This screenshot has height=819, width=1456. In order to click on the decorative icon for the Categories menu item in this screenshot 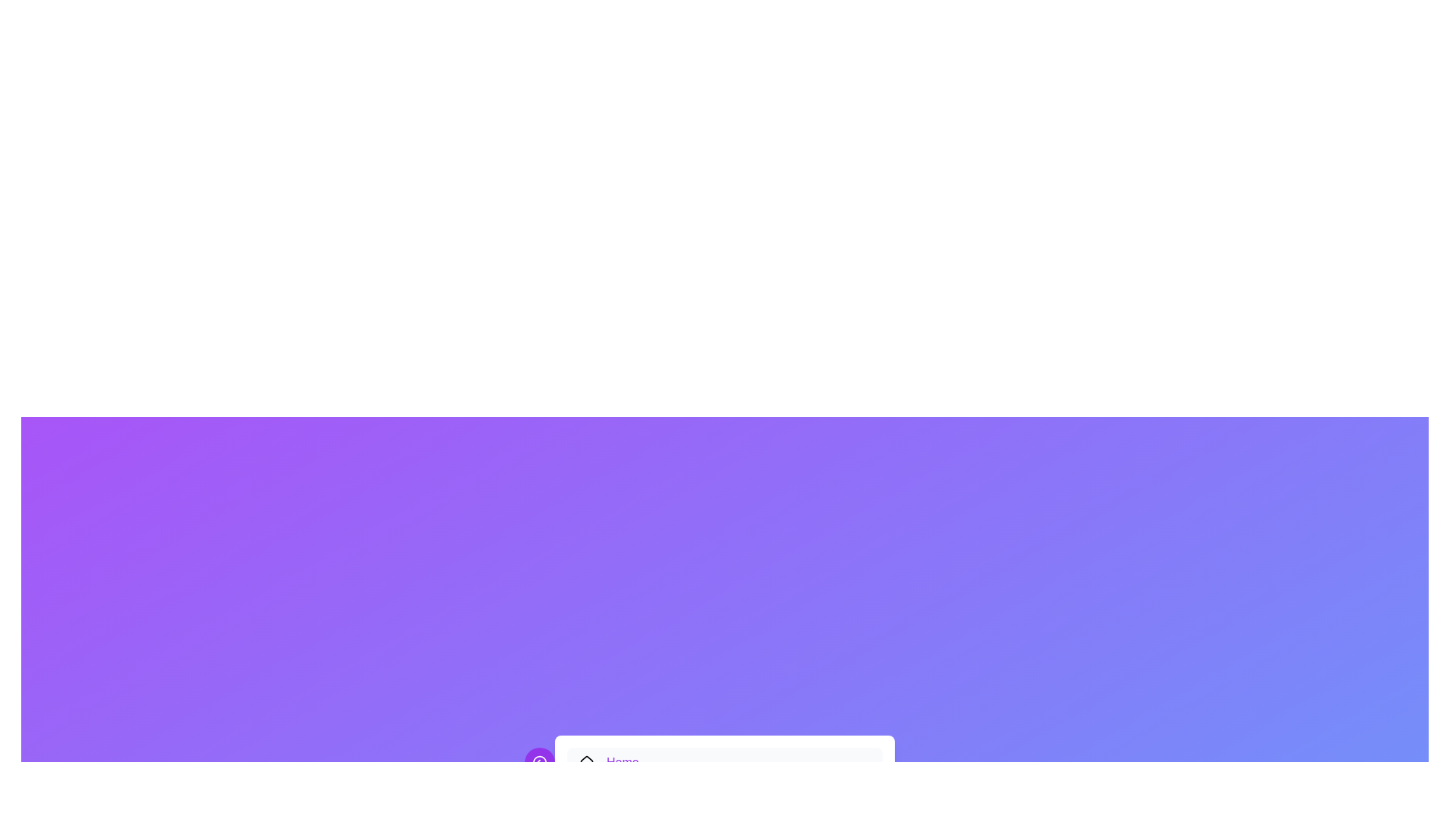, I will do `click(585, 804)`.